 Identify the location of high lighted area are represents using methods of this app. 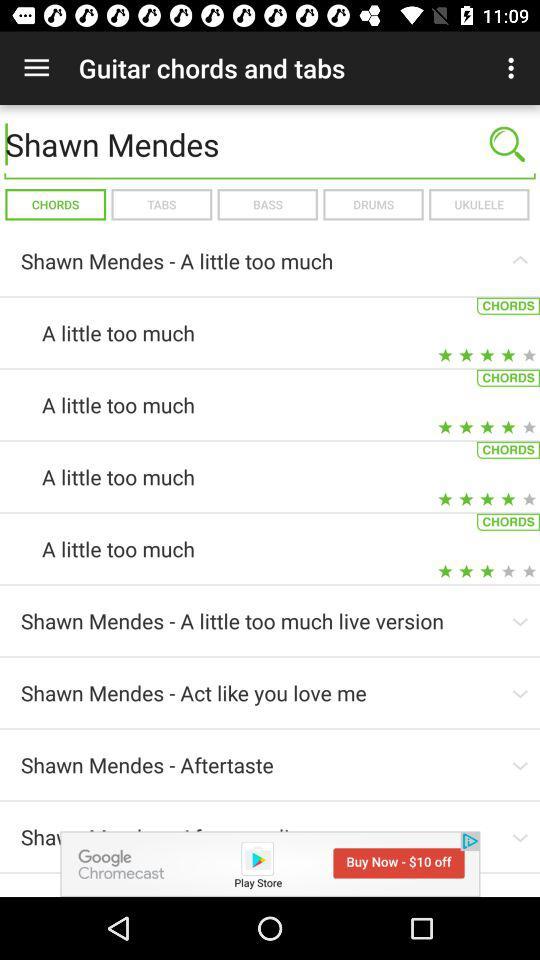
(270, 863).